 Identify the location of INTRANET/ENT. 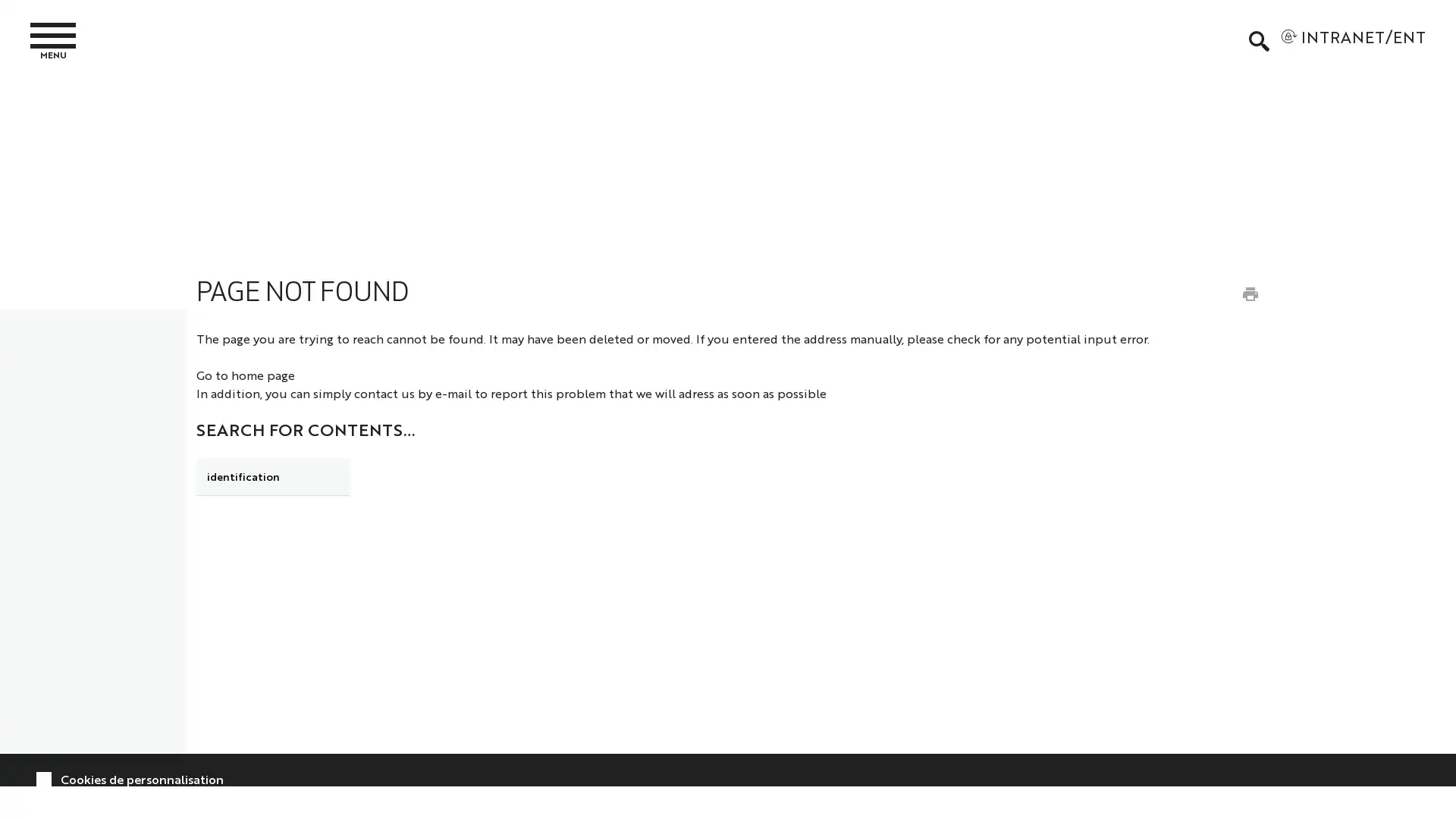
(1353, 40).